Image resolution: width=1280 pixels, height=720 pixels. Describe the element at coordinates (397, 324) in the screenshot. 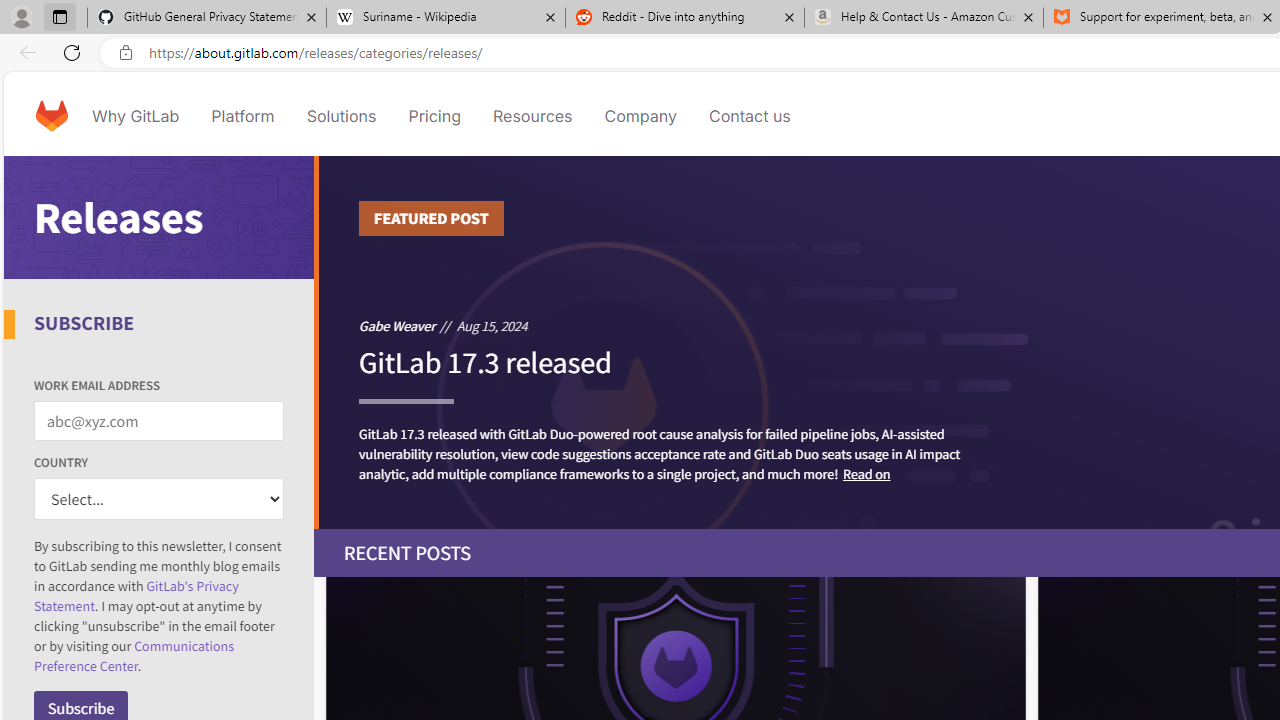

I see `'Gabe Weaver'` at that location.